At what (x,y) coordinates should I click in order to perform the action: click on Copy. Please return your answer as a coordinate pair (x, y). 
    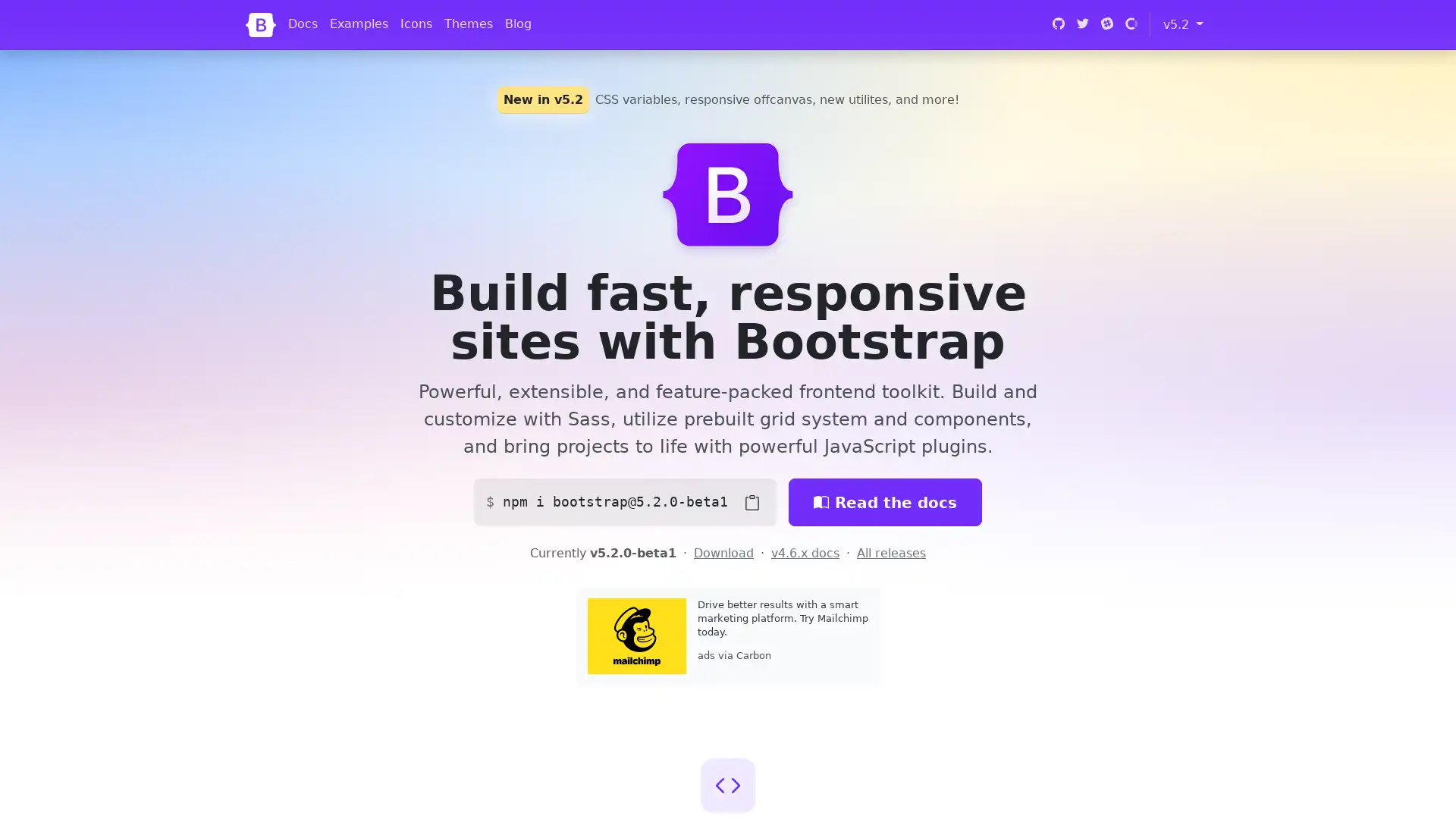
    Looking at the image, I should click on (752, 501).